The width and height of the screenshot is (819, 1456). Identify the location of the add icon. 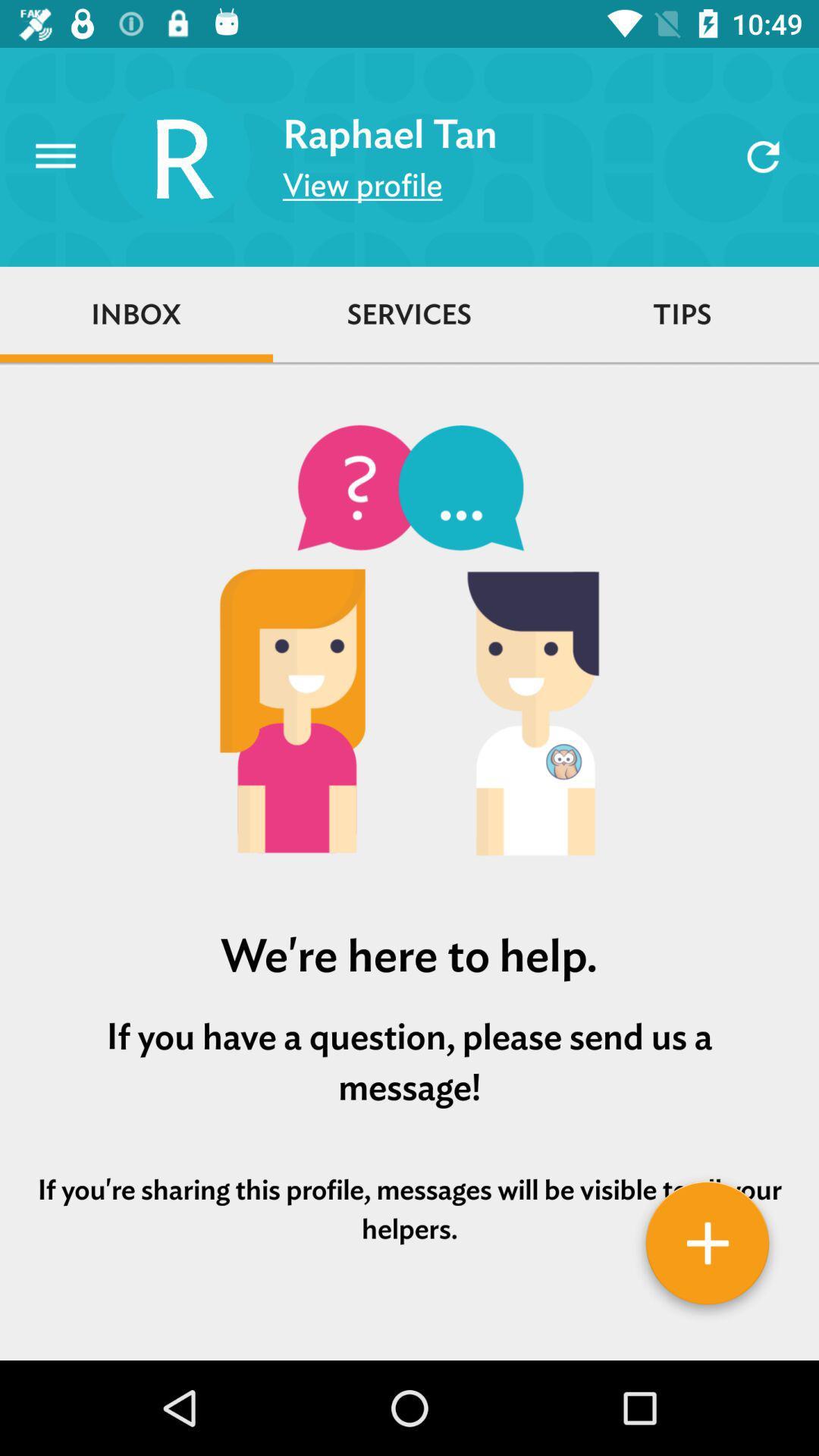
(708, 1248).